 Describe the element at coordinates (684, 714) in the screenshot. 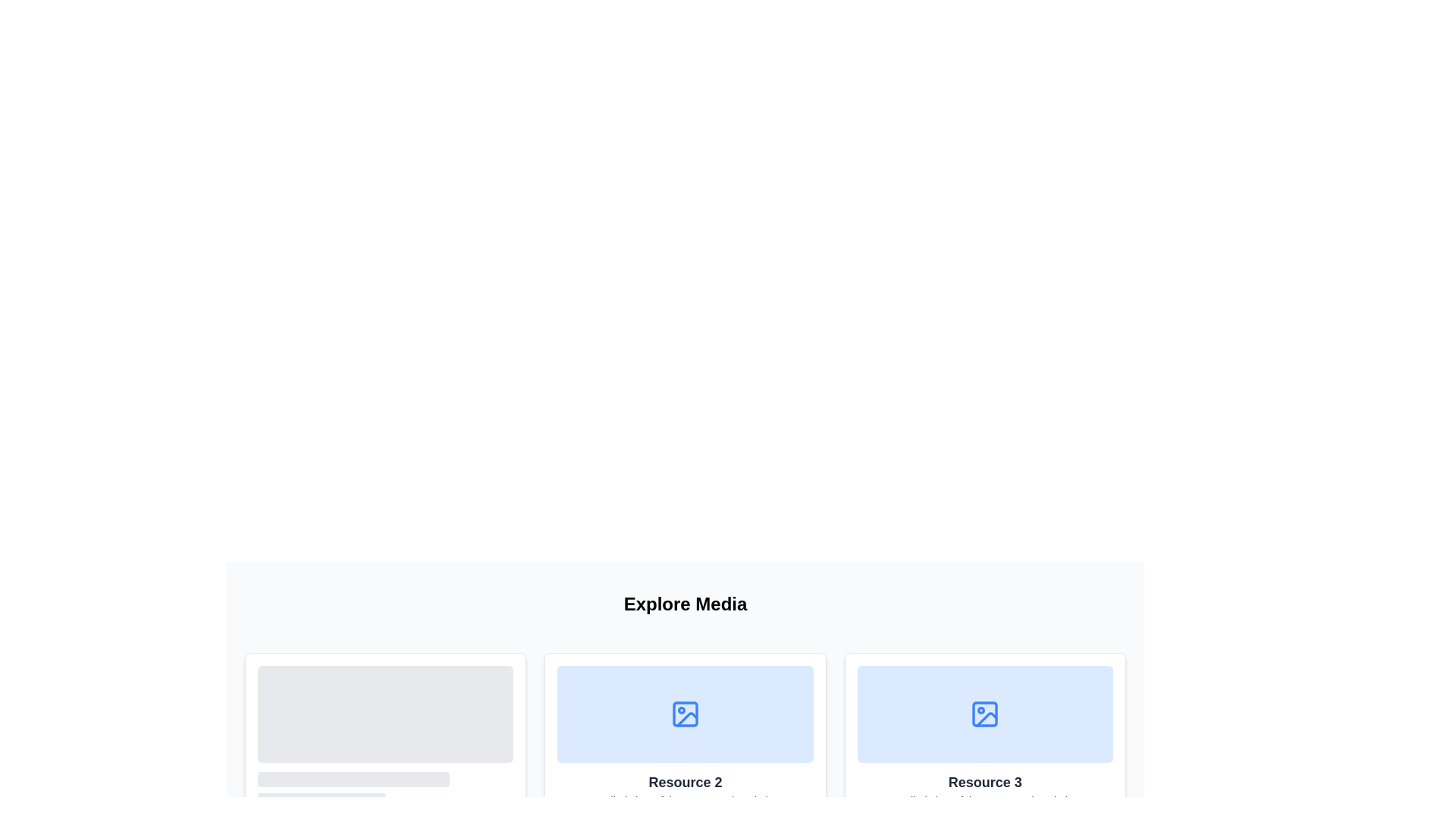

I see `the blue icon resembling an image symbol, located within the blue-themed card labeled 'Resource 2'` at that location.